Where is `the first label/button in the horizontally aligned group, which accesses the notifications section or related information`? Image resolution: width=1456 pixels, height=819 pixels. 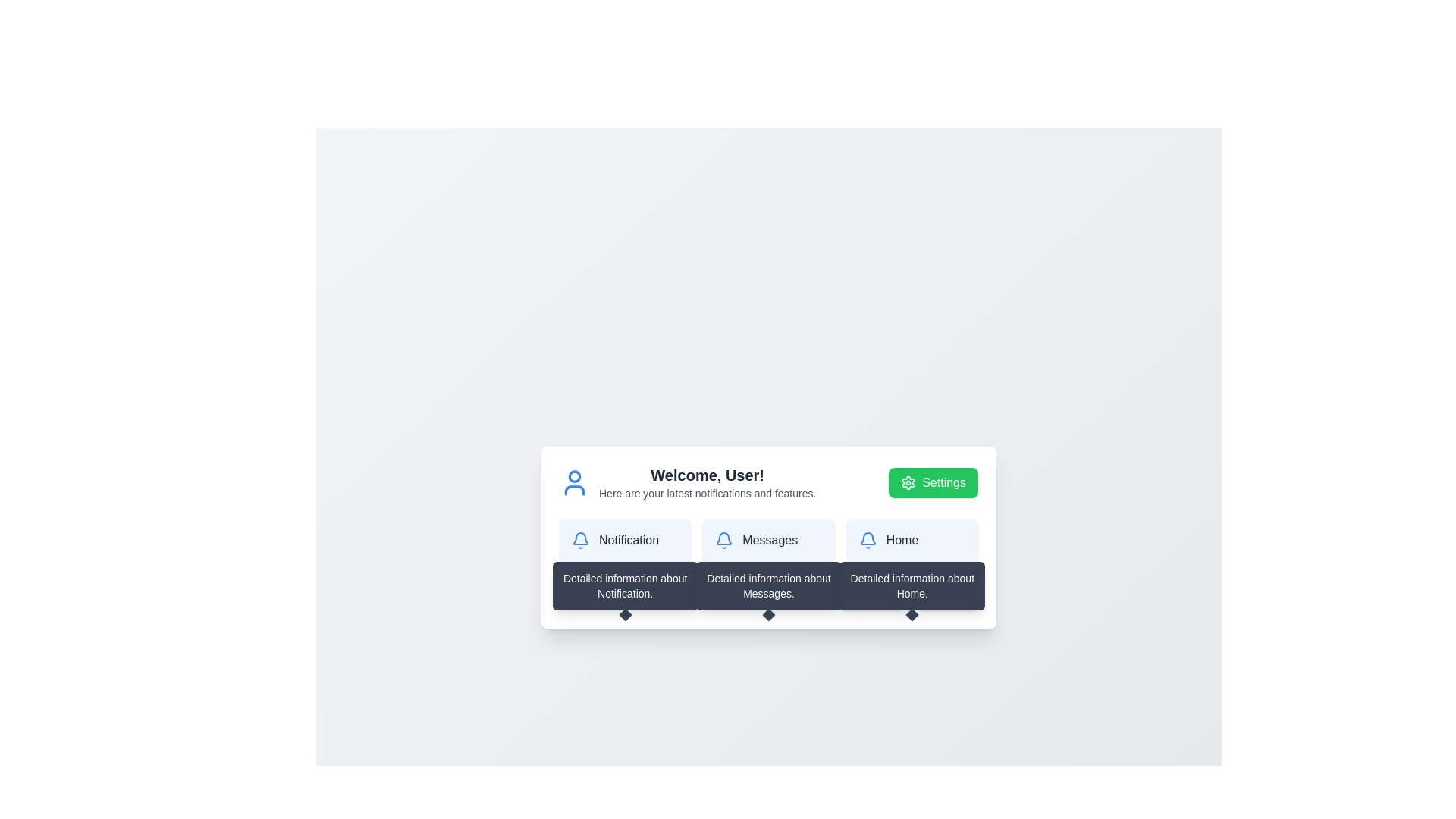
the first label/button in the horizontally aligned group, which accesses the notifications section or related information is located at coordinates (625, 540).